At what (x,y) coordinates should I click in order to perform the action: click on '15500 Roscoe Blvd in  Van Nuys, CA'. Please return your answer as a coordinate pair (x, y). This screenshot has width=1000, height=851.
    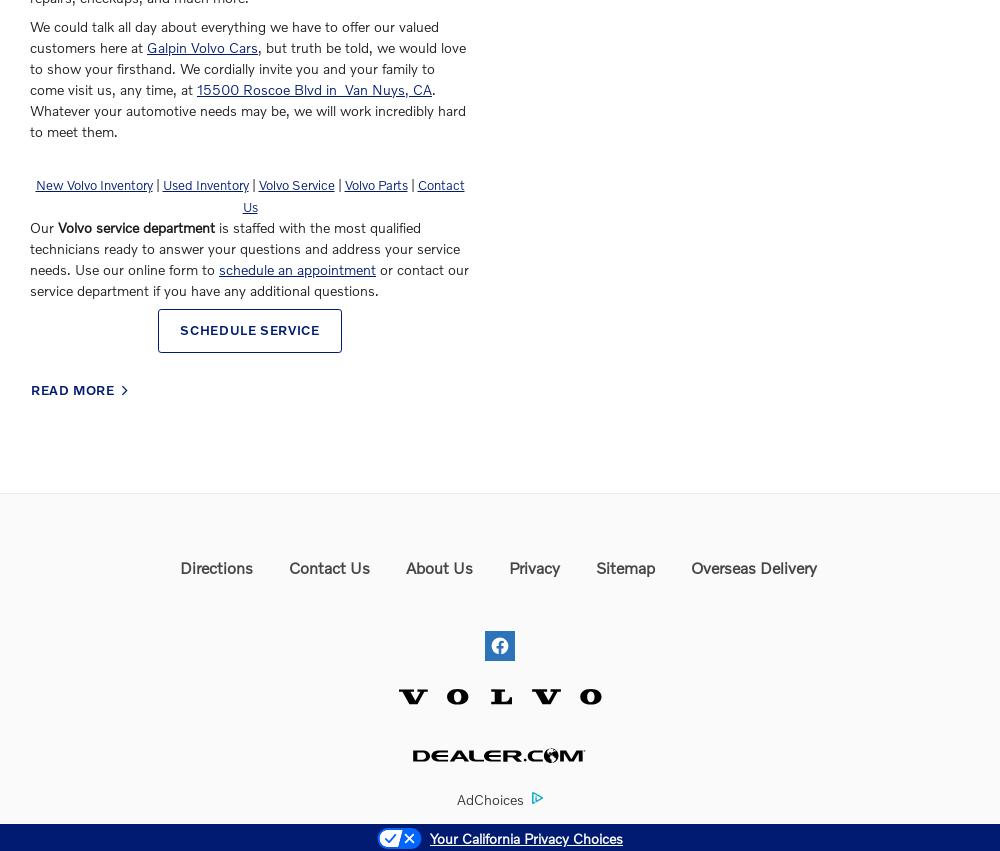
    Looking at the image, I should click on (313, 88).